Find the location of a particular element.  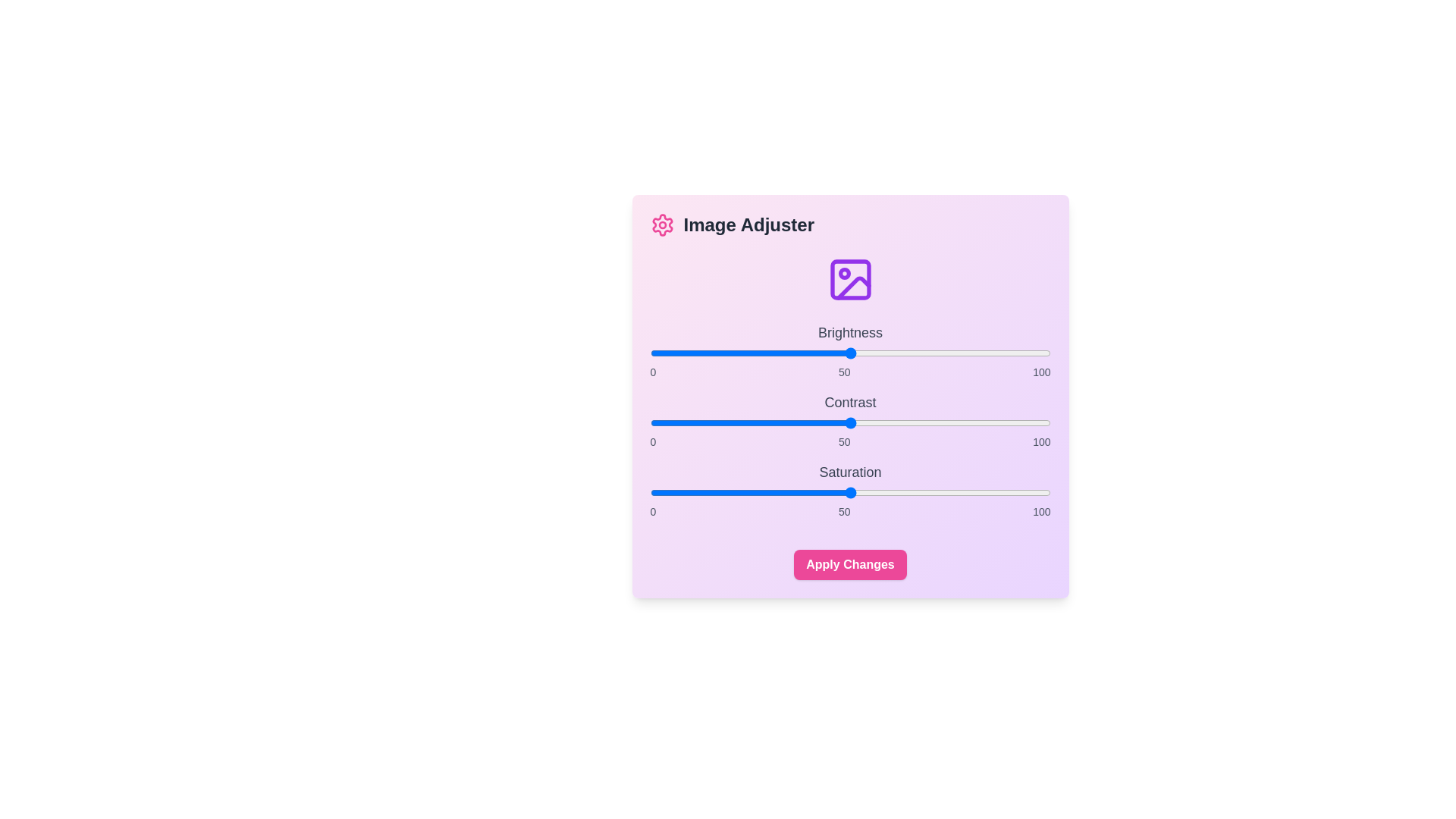

the contrast slider to 60 percent is located at coordinates (890, 423).